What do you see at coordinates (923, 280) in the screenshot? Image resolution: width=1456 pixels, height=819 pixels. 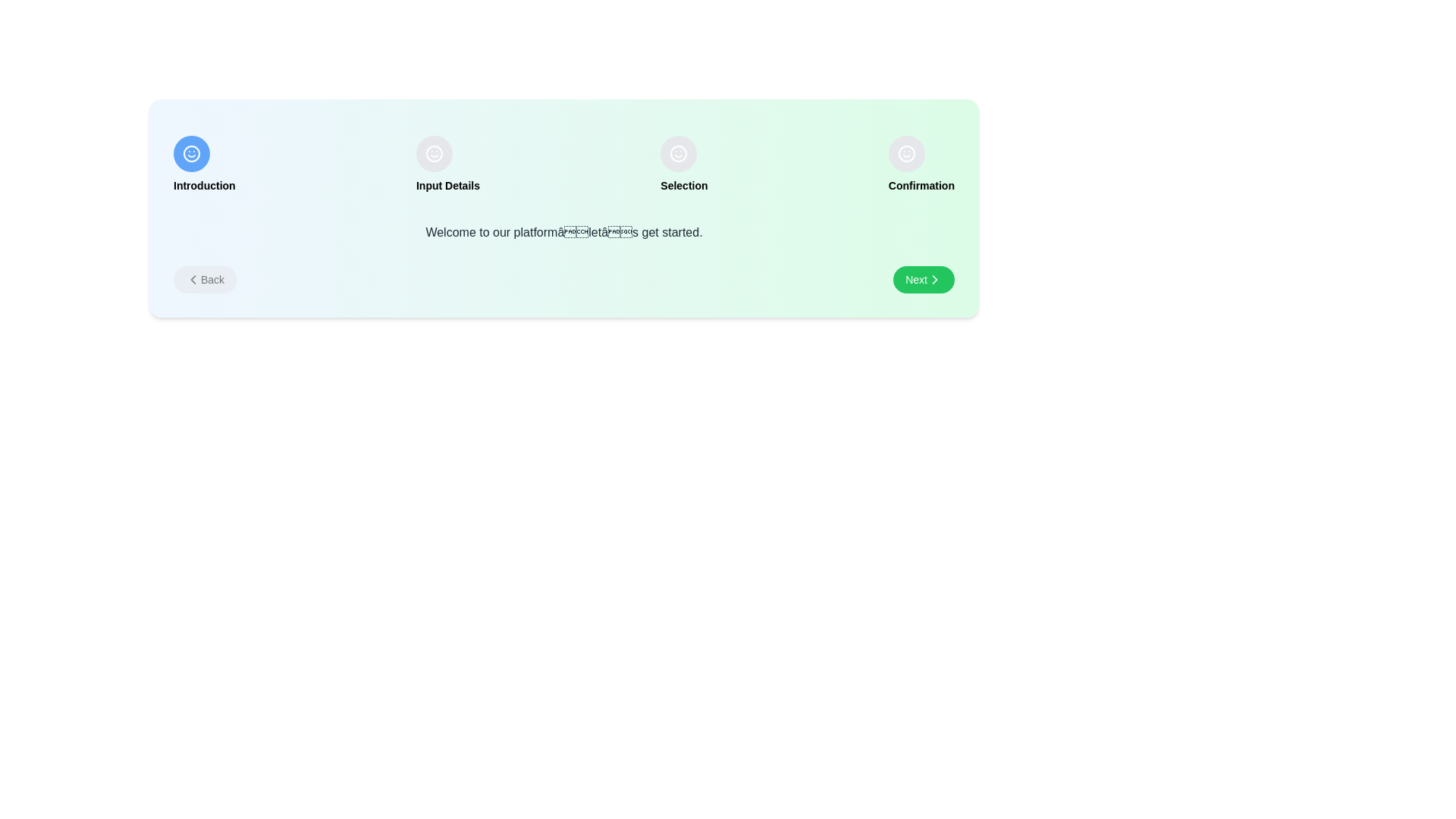 I see `the 'Next' button to proceed to the next step in the onboarding process` at bounding box center [923, 280].